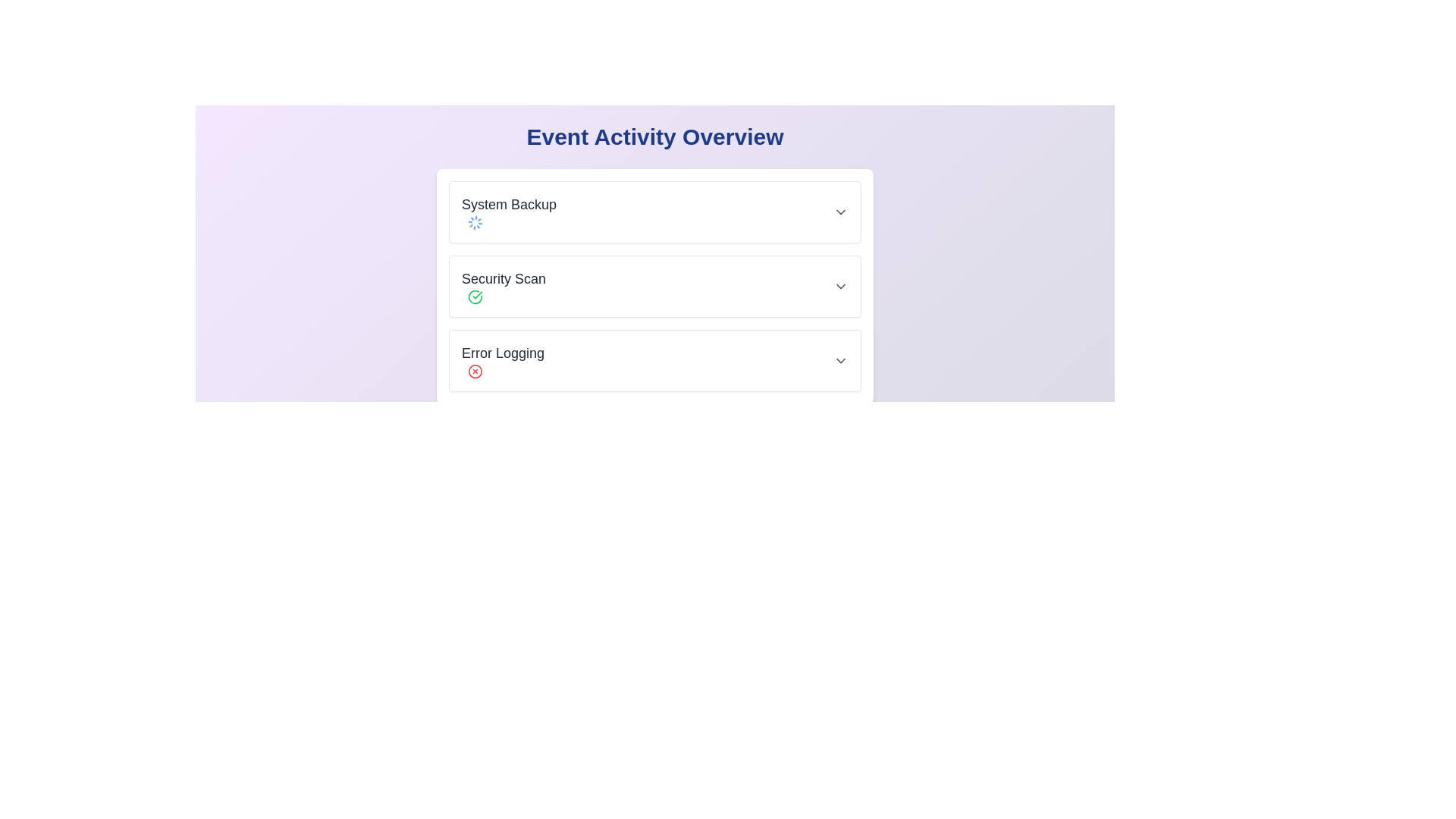 This screenshot has height=819, width=1456. Describe the element at coordinates (475, 371) in the screenshot. I see `the circular red icon with a white border and a white cross in the middle, located next to the 'Error Logging' label` at that location.